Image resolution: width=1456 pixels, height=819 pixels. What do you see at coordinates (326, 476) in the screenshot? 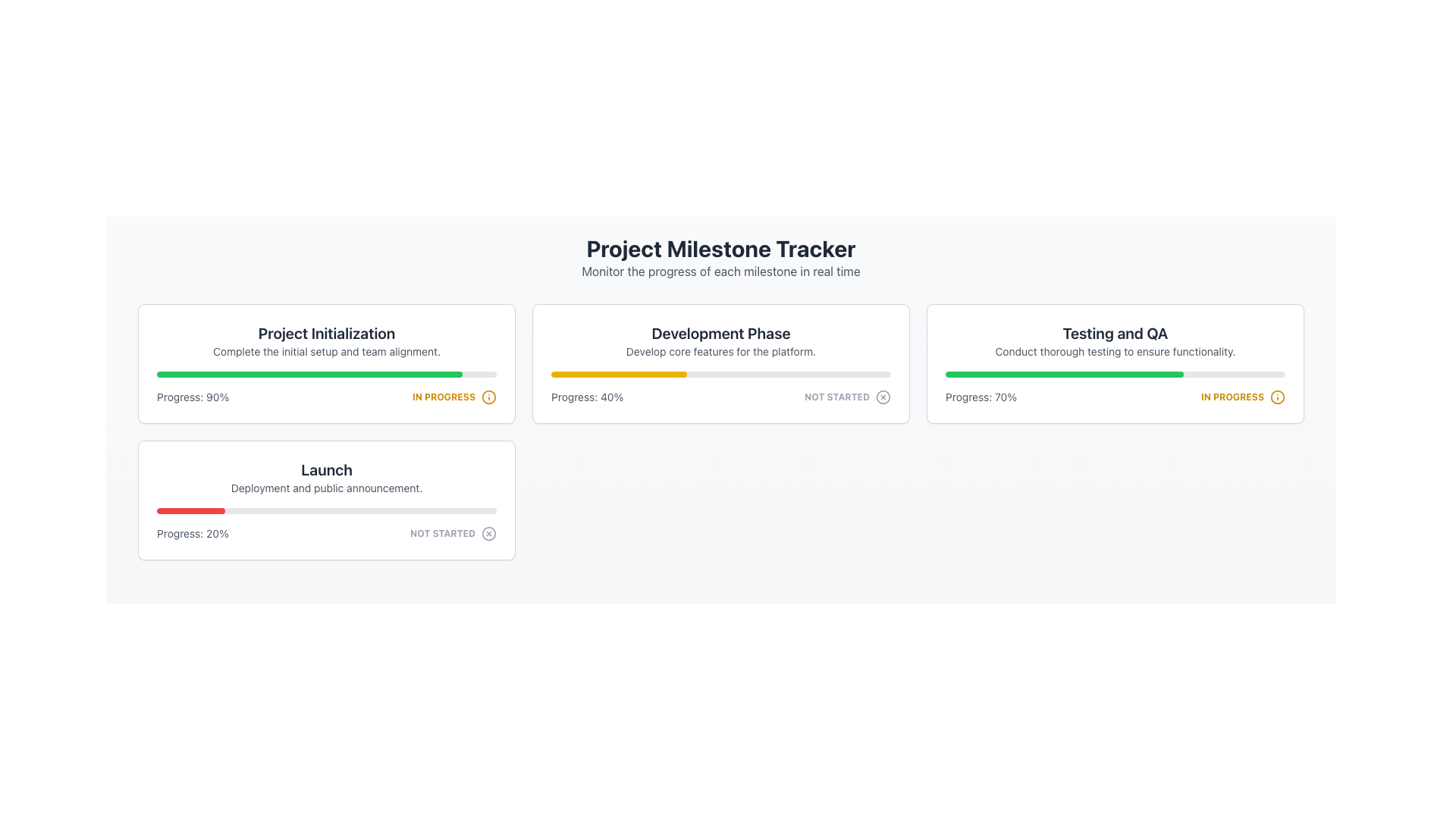
I see `the 'Launch' text display element, which serves as the descriptive header for the milestone, located in the center of the third milestone card` at bounding box center [326, 476].